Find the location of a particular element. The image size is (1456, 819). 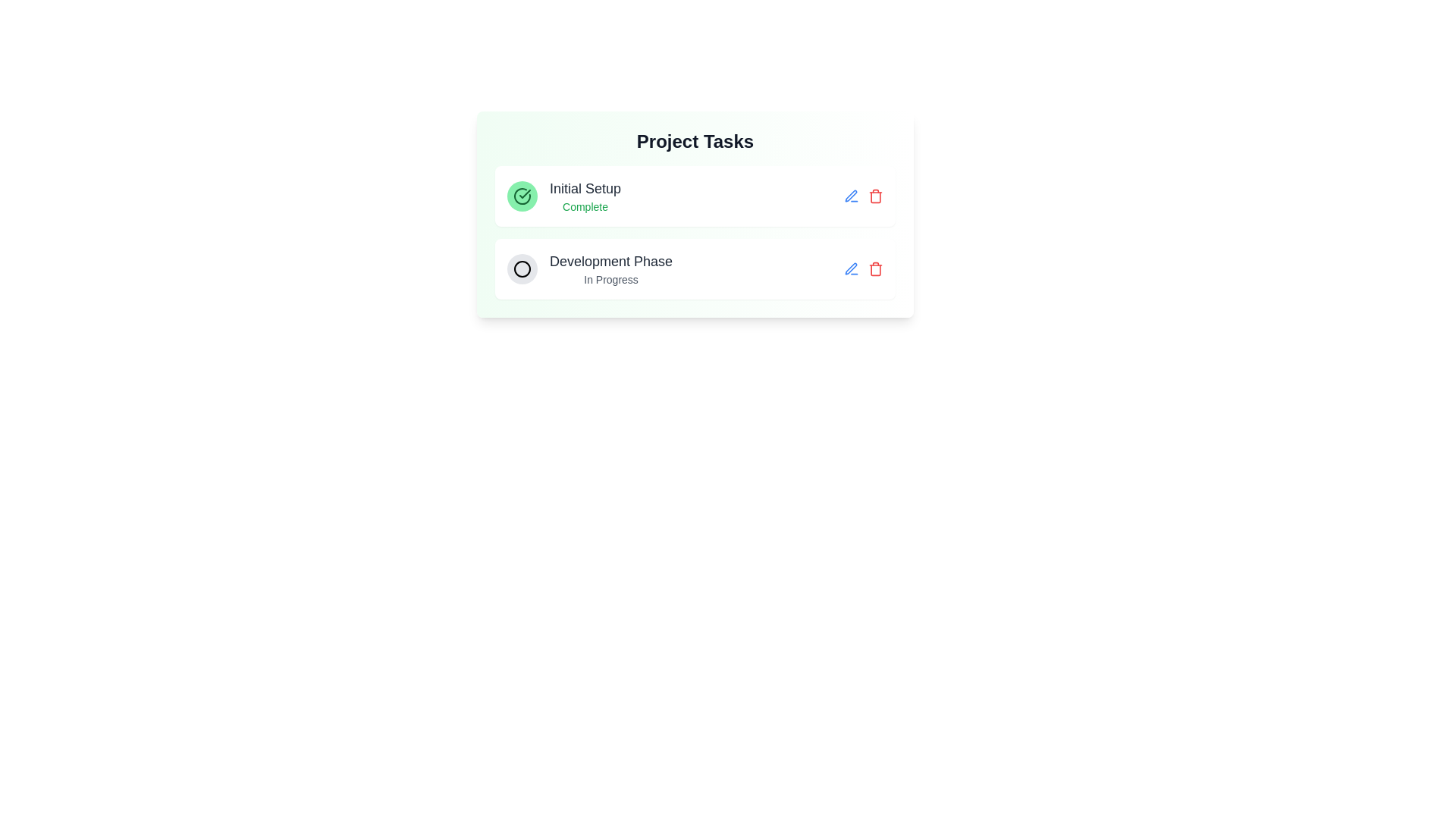

the text label displaying 'In Progress' which is located below the bold title 'Development Phase' within the task management interface is located at coordinates (611, 280).